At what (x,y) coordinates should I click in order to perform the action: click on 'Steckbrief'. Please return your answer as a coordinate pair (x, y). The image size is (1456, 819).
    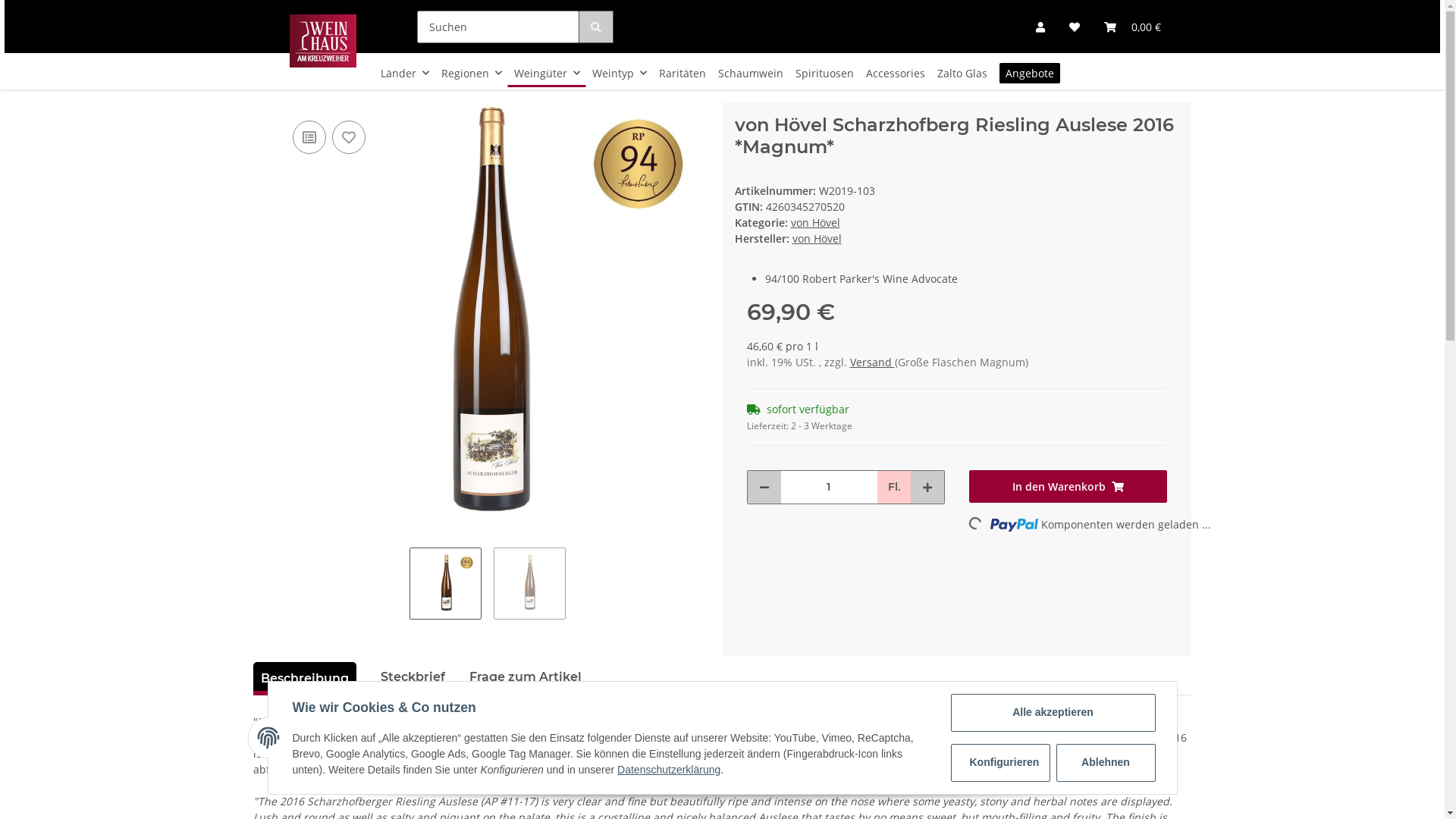
    Looking at the image, I should click on (413, 676).